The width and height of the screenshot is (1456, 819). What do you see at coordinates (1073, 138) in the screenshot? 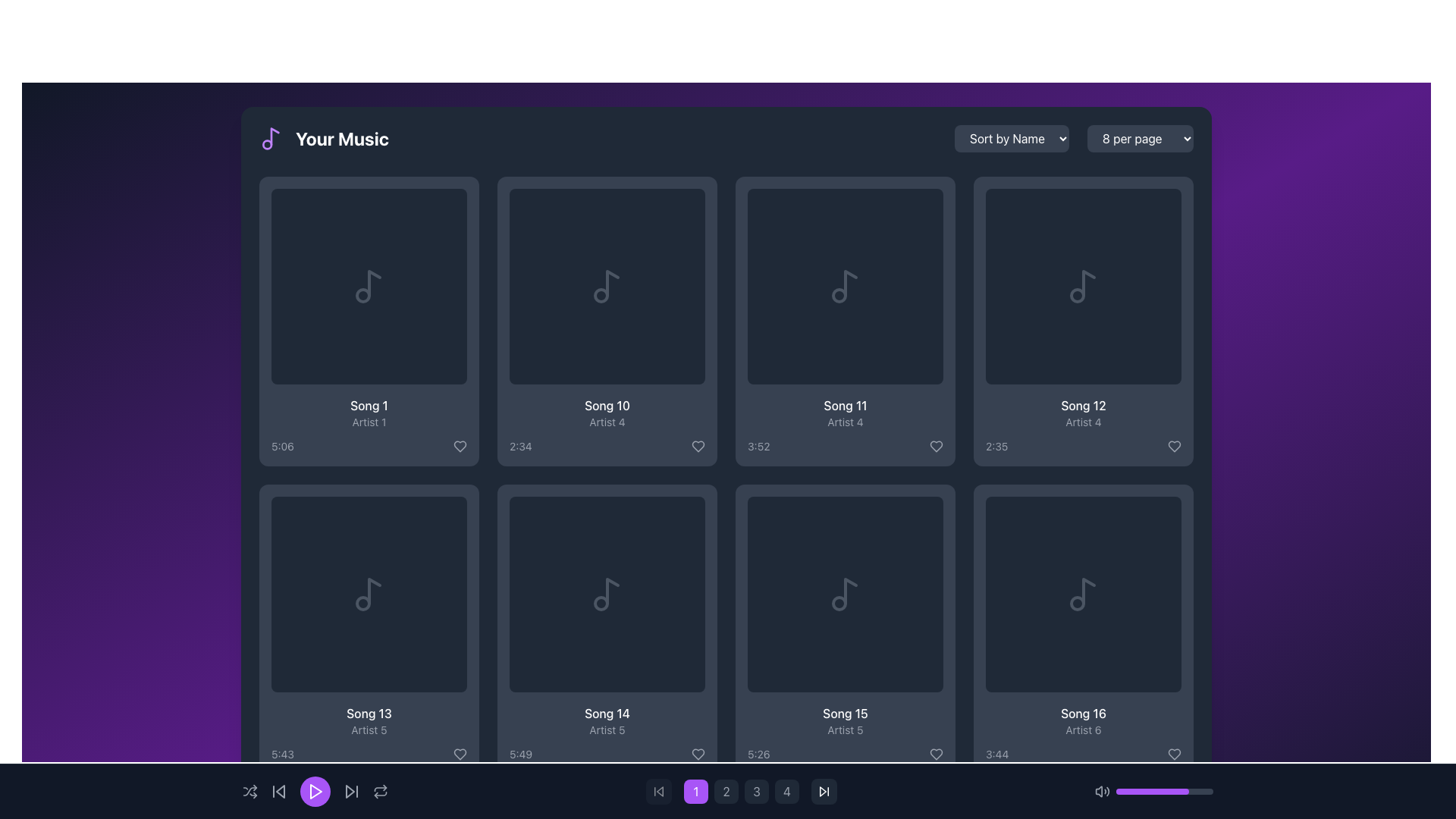
I see `the composite component for sorting and pagination settings located at the top-right corner of the 'Your Music' grid by using the keyboard for navigation` at bounding box center [1073, 138].